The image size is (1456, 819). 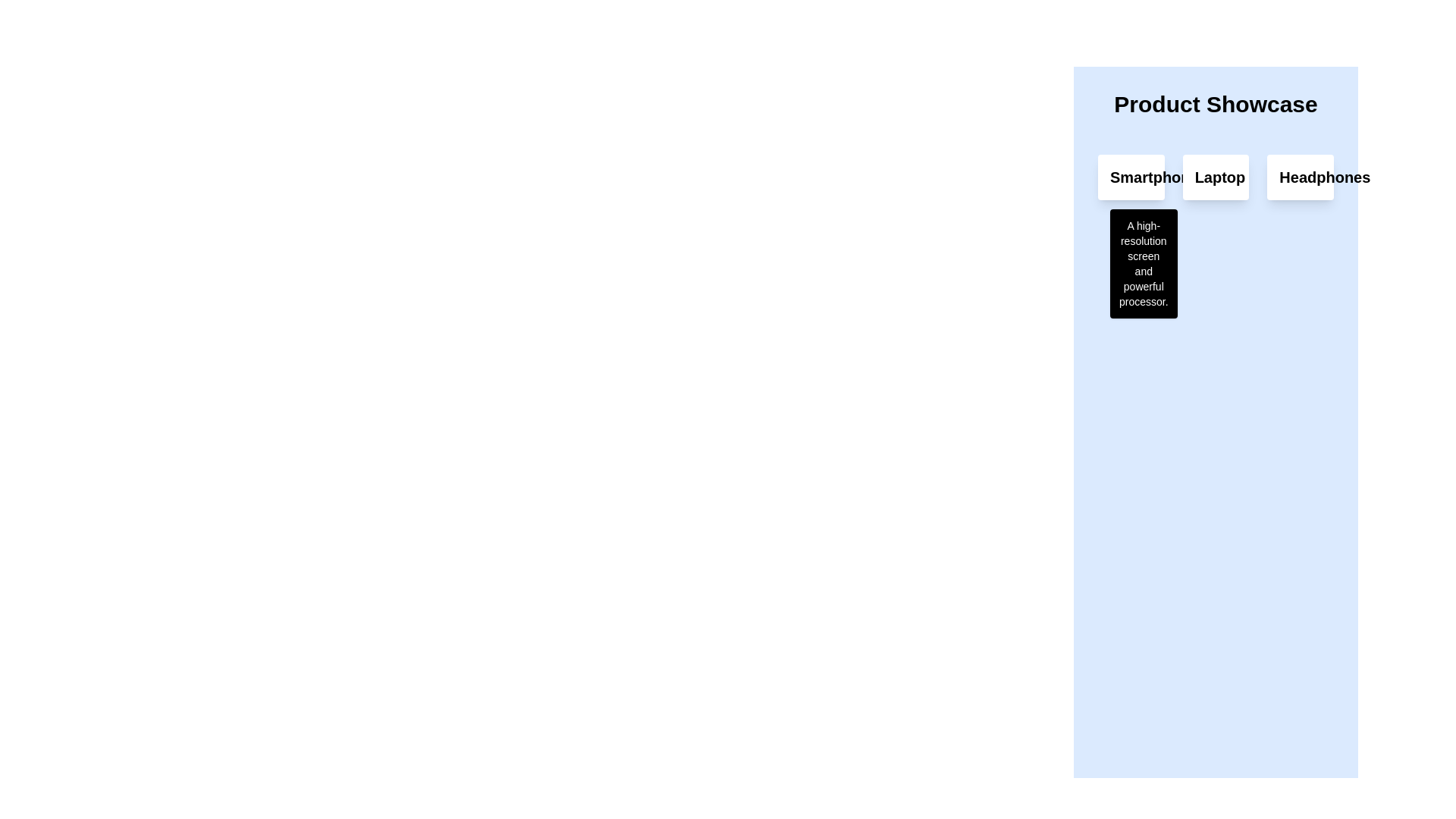 I want to click on label of the laptop card, which is the second element in the product showcase interface, positioned between the smartphone and headphones, so click(x=1216, y=177).